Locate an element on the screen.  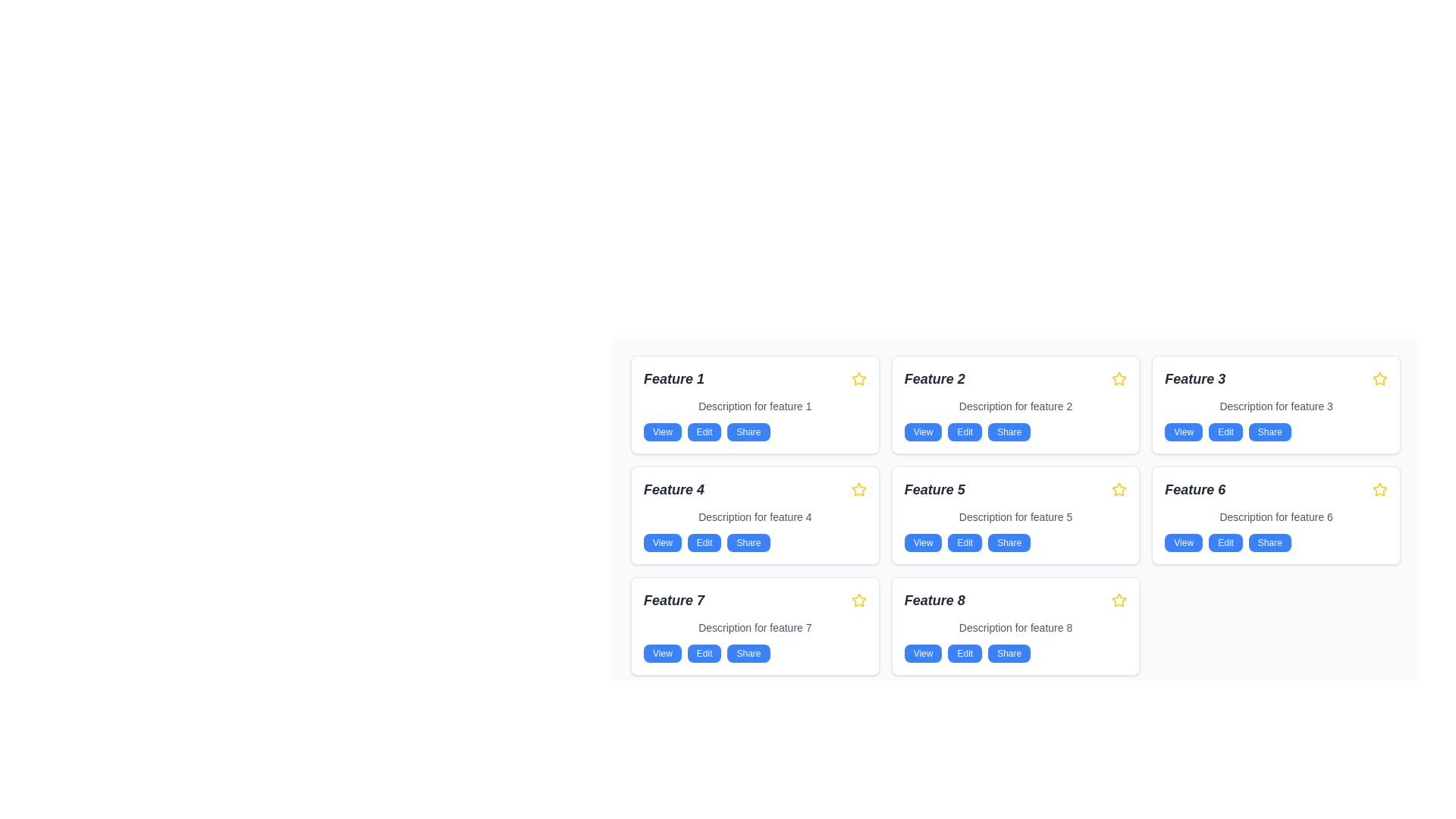
the text label at the top-left corner of the card in the third column of the grid to trigger tooltips is located at coordinates (1194, 378).